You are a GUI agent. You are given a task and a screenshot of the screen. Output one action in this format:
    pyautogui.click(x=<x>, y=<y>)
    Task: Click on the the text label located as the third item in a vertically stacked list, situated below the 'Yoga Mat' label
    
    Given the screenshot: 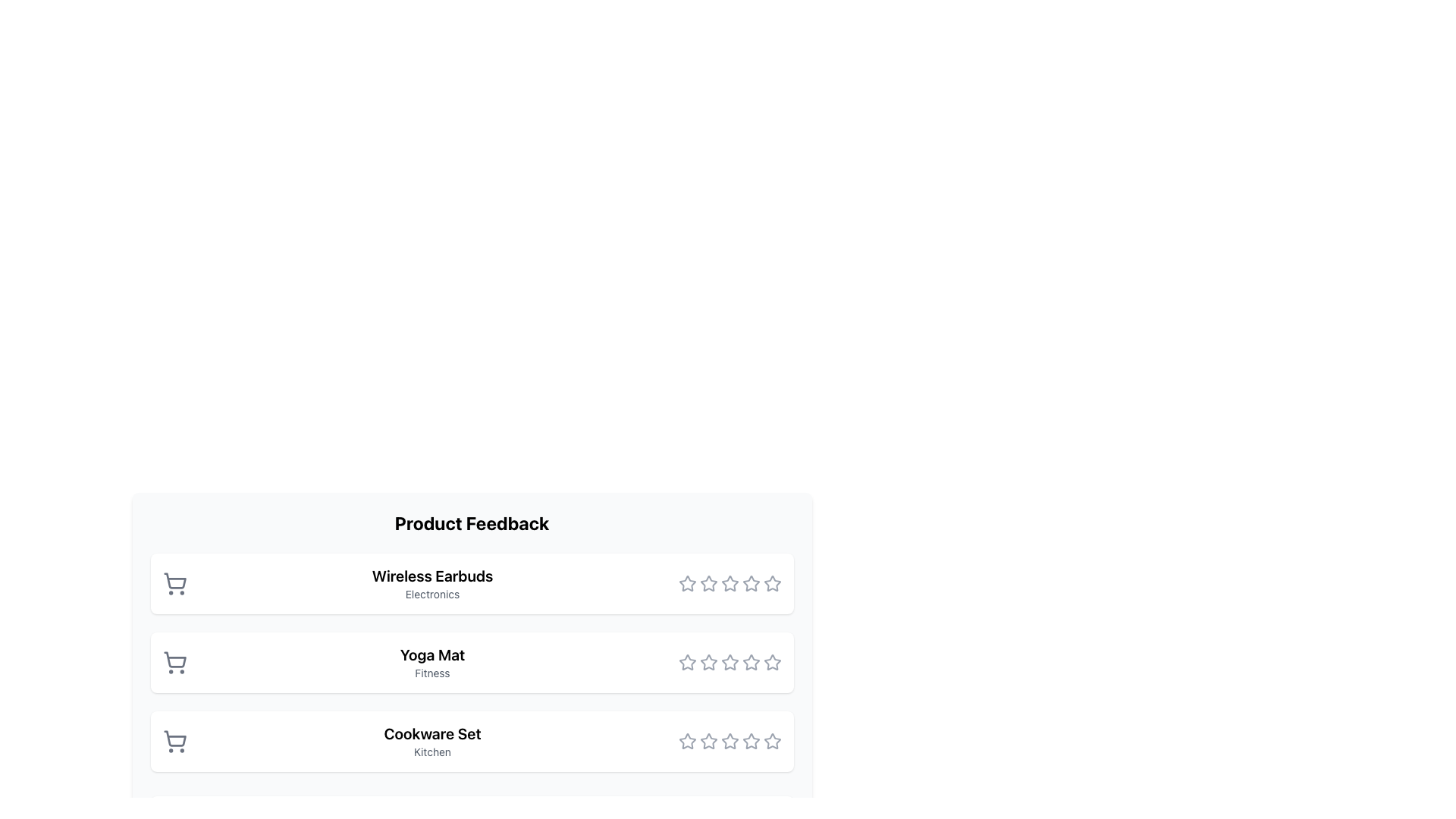 What is the action you would take?
    pyautogui.click(x=431, y=741)
    